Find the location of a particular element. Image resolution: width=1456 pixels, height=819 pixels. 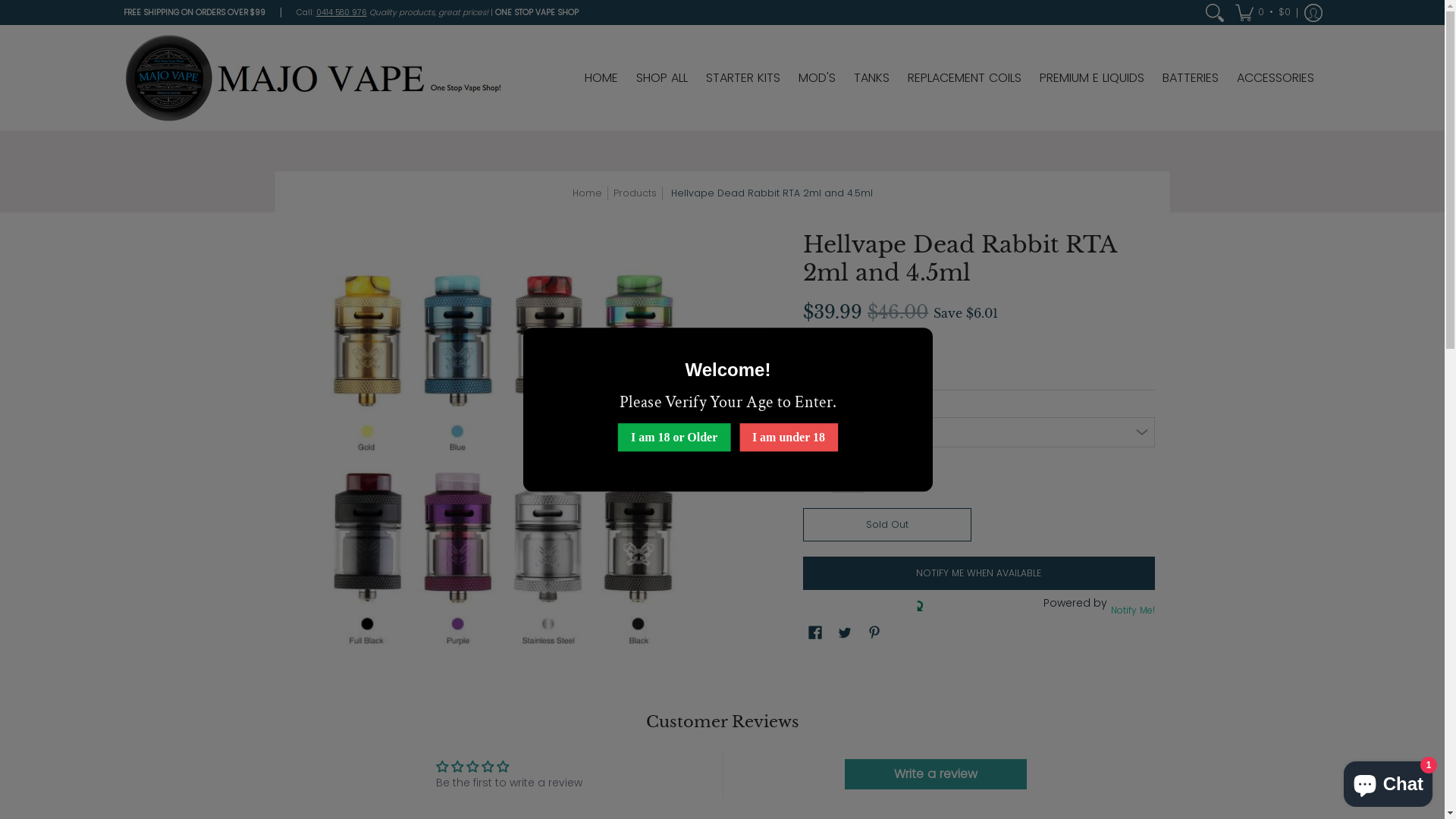

'BATTERIES' is located at coordinates (1189, 77).